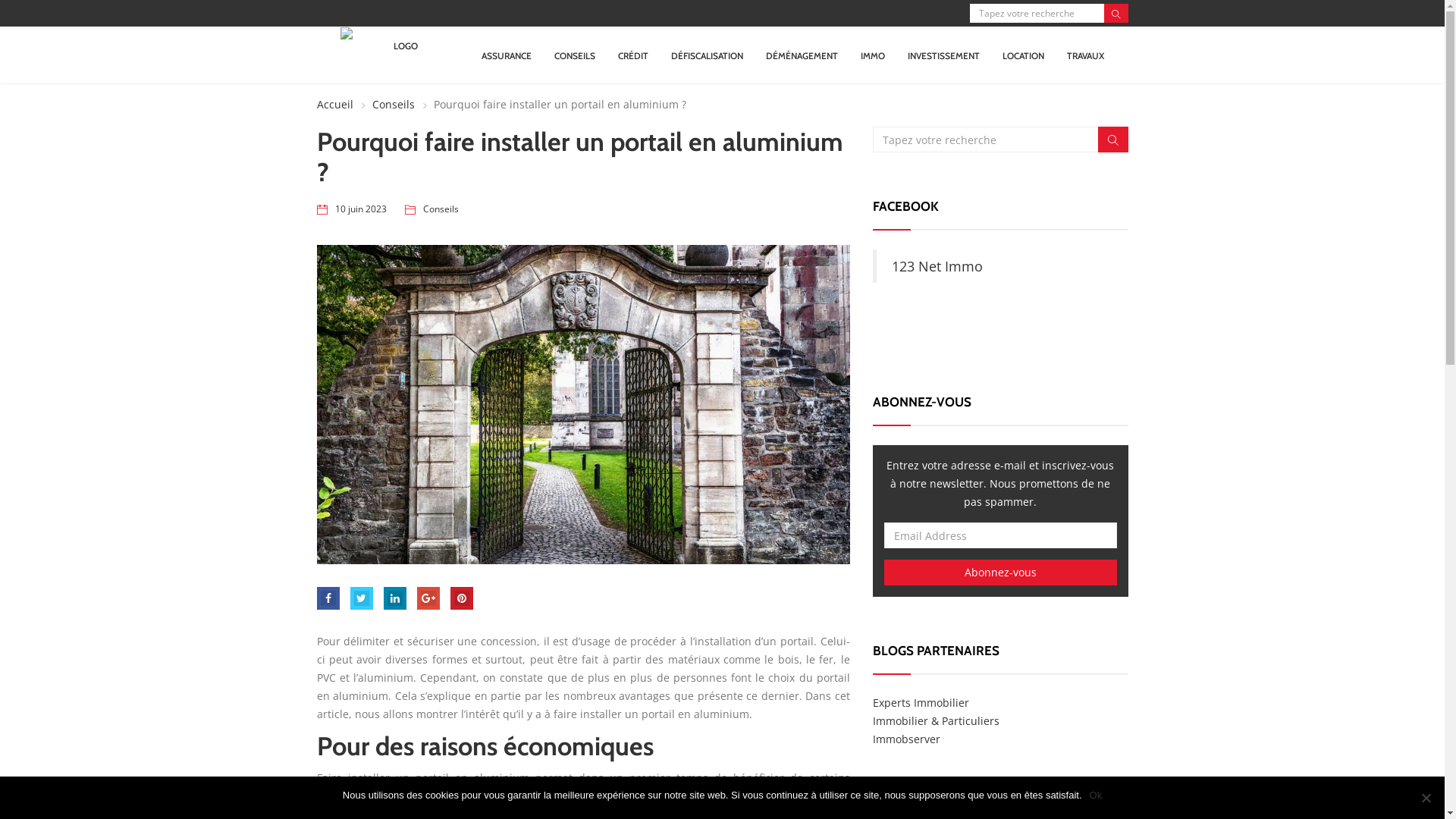 The image size is (1456, 819). Describe the element at coordinates (920, 702) in the screenshot. I see `'Experts Immobilier'` at that location.